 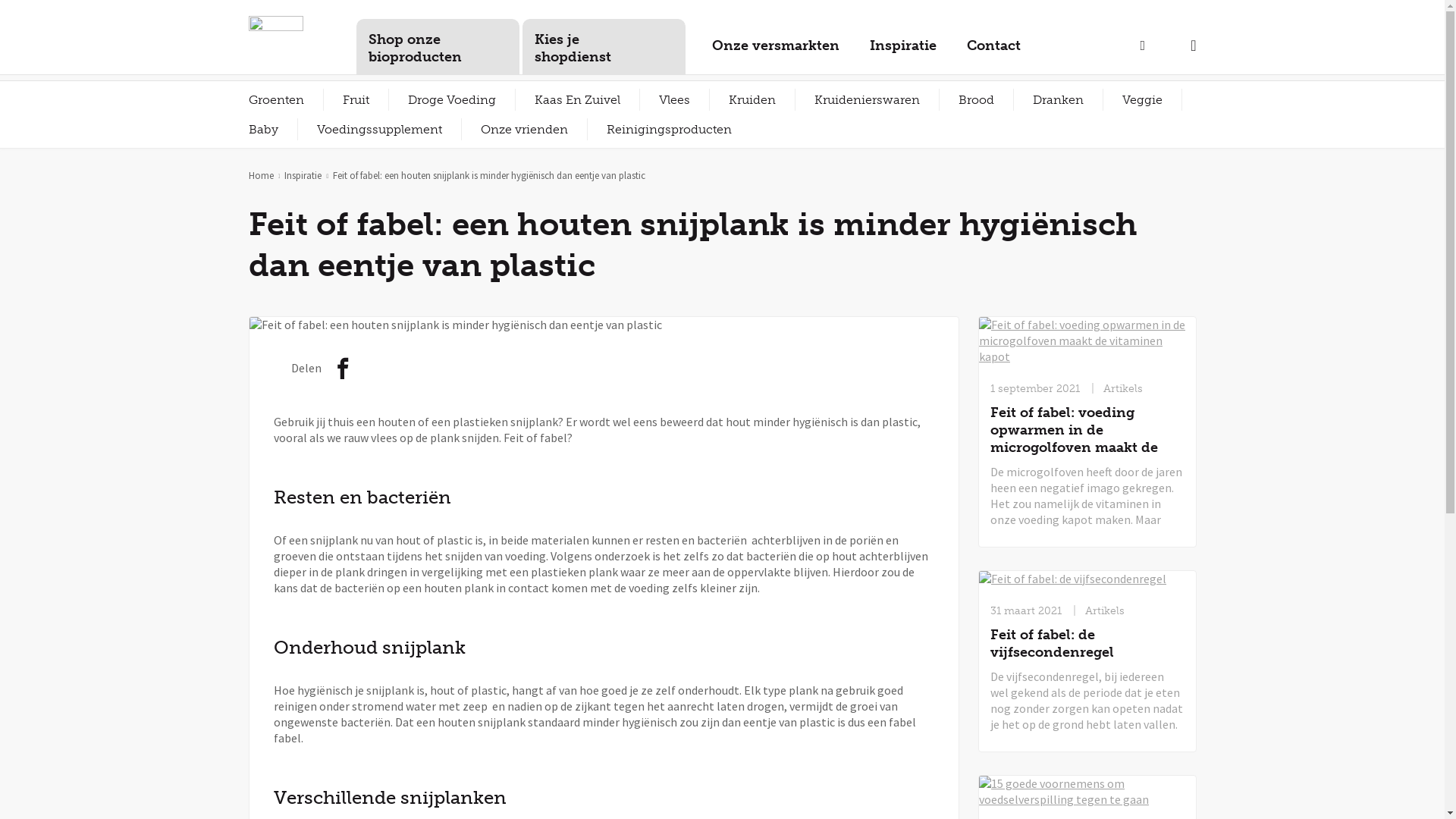 What do you see at coordinates (303, 174) in the screenshot?
I see `'Inspiratie'` at bounding box center [303, 174].